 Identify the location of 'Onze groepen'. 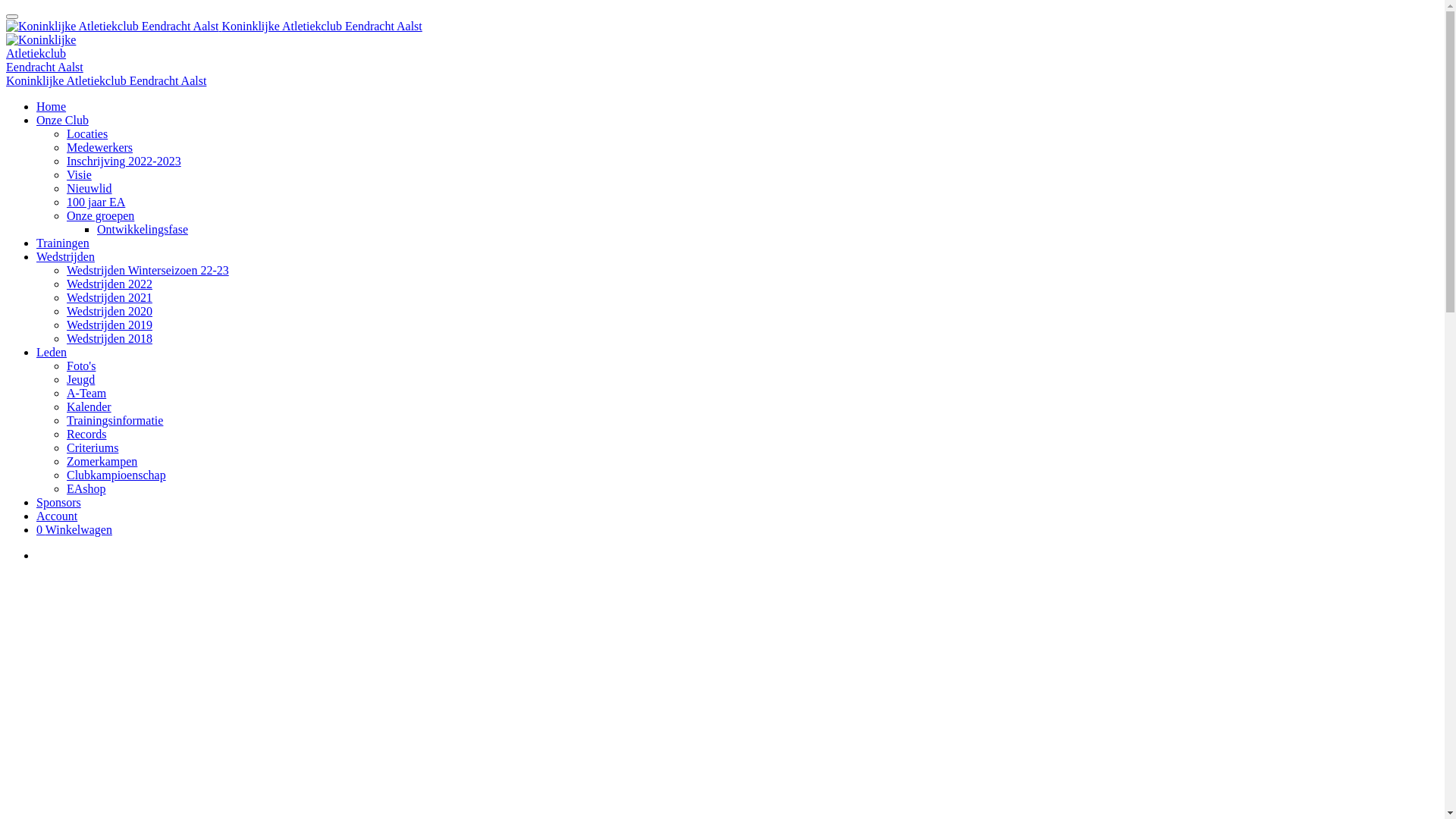
(99, 215).